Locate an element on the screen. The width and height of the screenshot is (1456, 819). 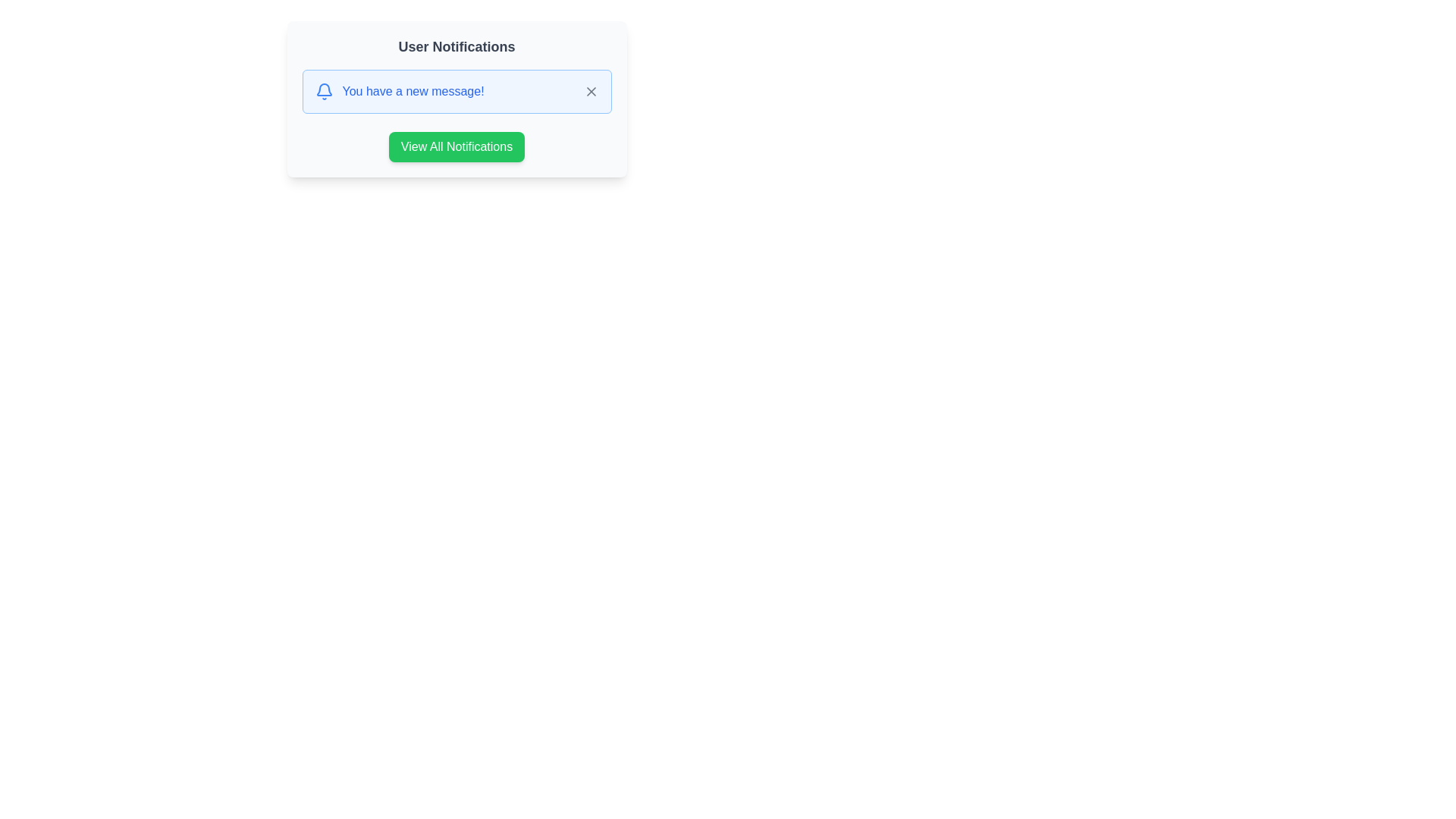
the notification button located in the notification panel is located at coordinates (456, 146).